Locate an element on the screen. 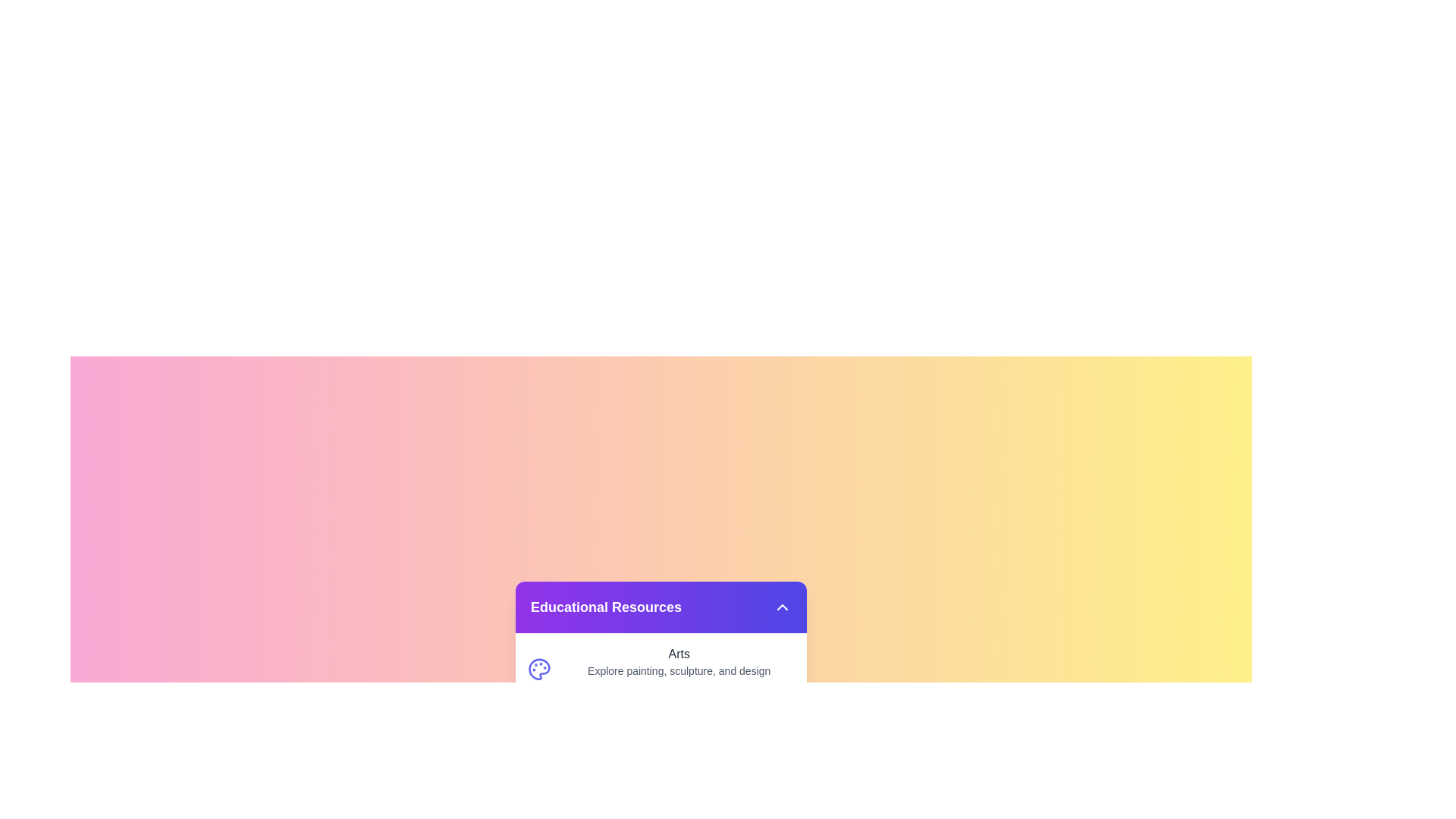  the resource item corresponding to Arts is located at coordinates (661, 668).